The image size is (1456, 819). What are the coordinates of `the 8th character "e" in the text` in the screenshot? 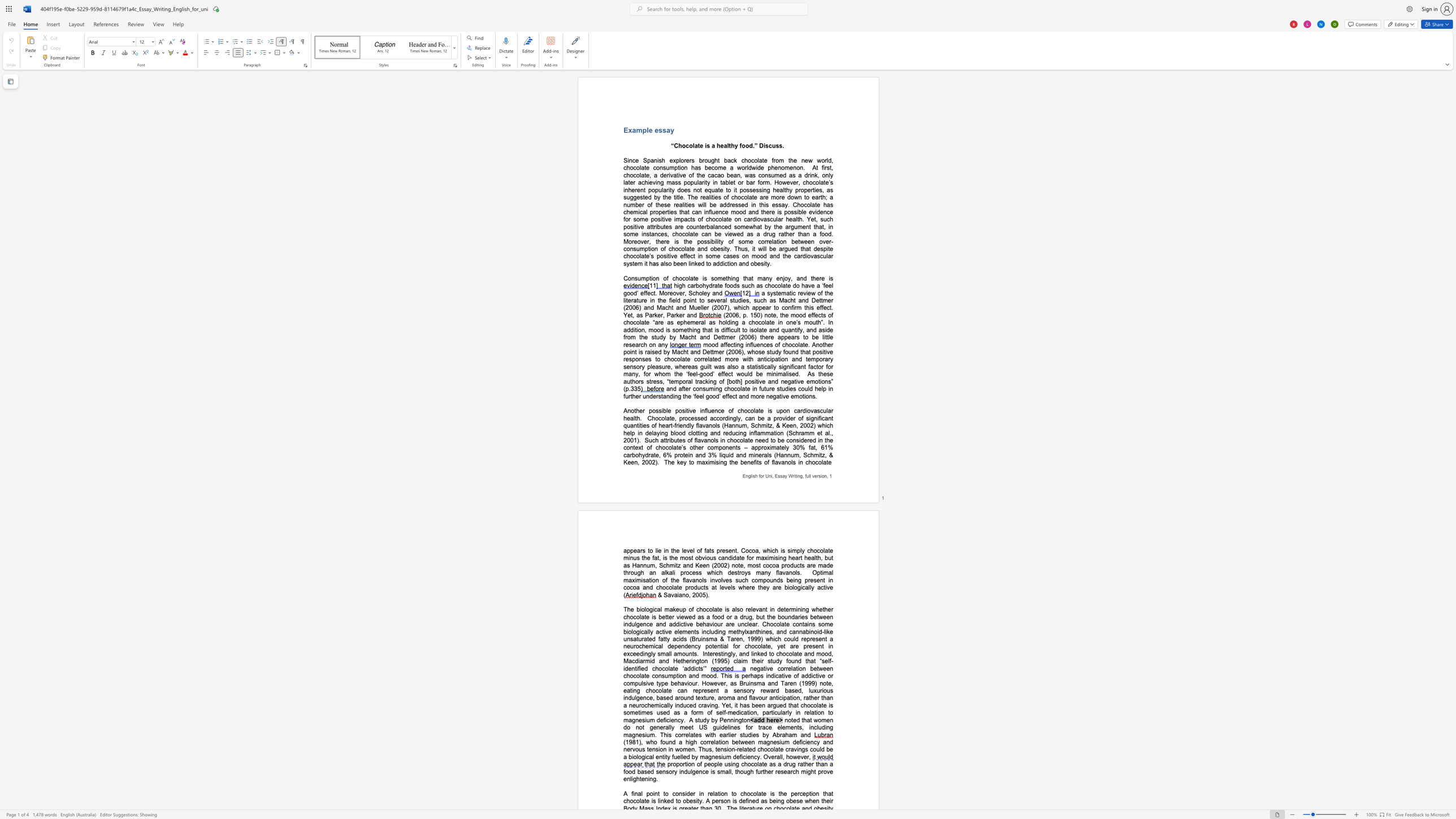 It's located at (681, 226).